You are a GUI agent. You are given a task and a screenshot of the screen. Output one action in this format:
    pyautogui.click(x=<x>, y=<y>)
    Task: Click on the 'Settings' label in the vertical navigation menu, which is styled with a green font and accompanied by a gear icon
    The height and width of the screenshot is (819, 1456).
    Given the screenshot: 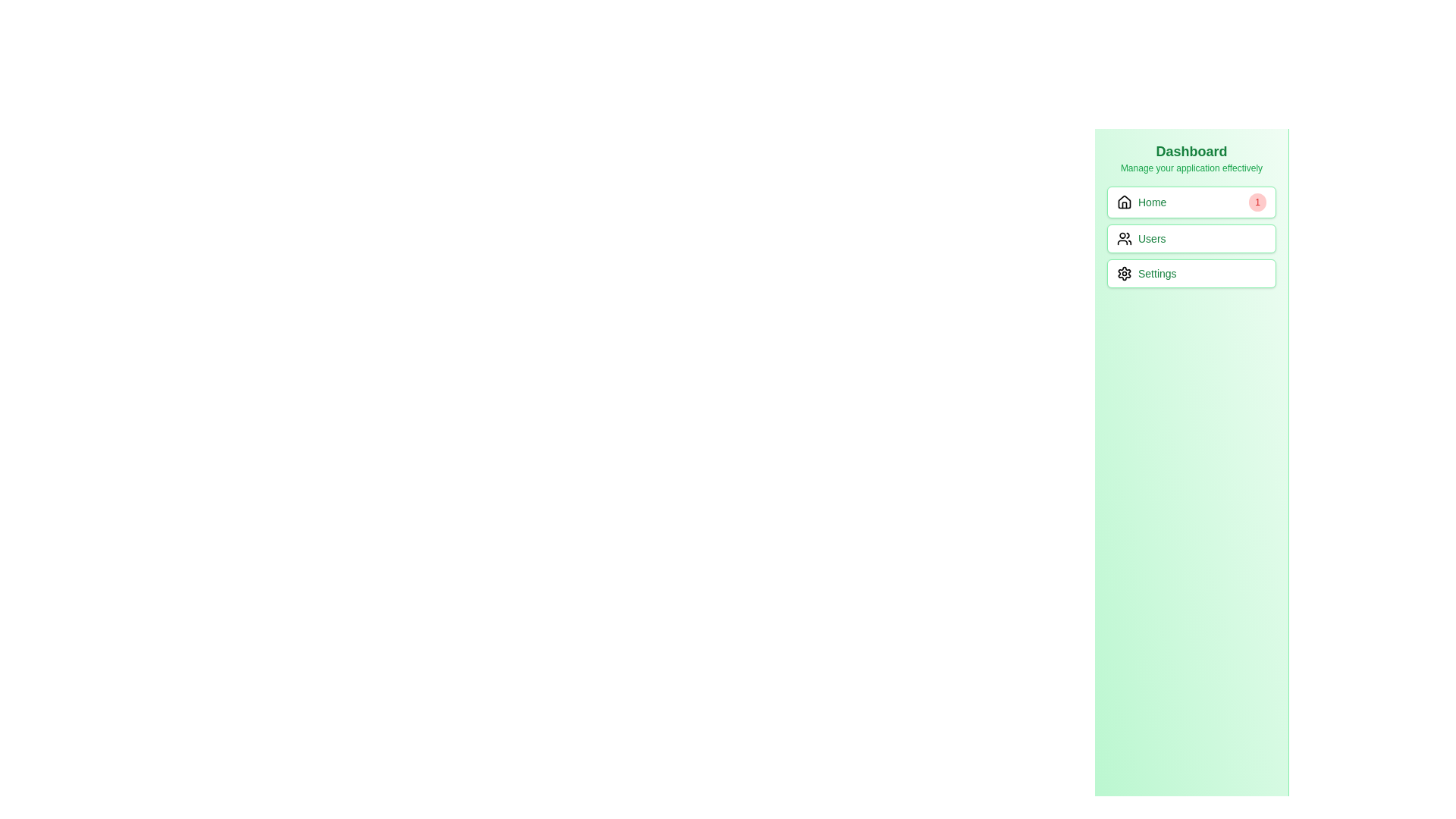 What is the action you would take?
    pyautogui.click(x=1156, y=274)
    